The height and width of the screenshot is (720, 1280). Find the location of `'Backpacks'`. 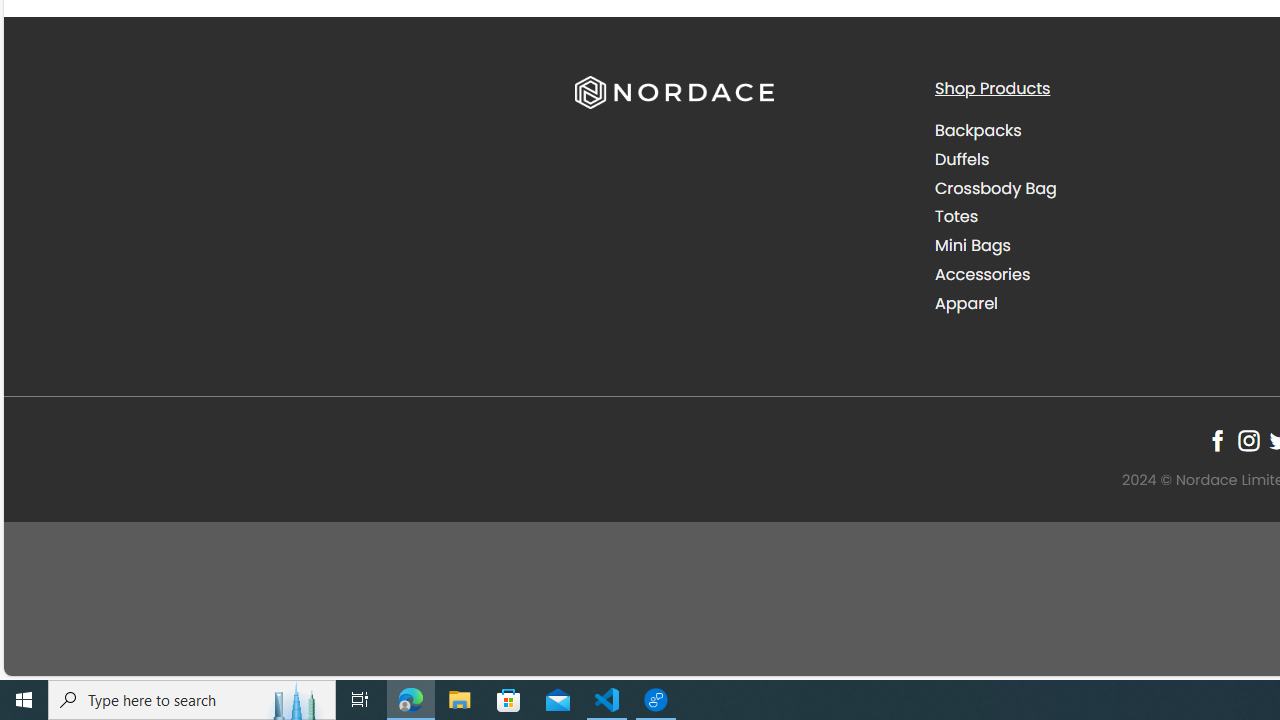

'Backpacks' is located at coordinates (1098, 131).